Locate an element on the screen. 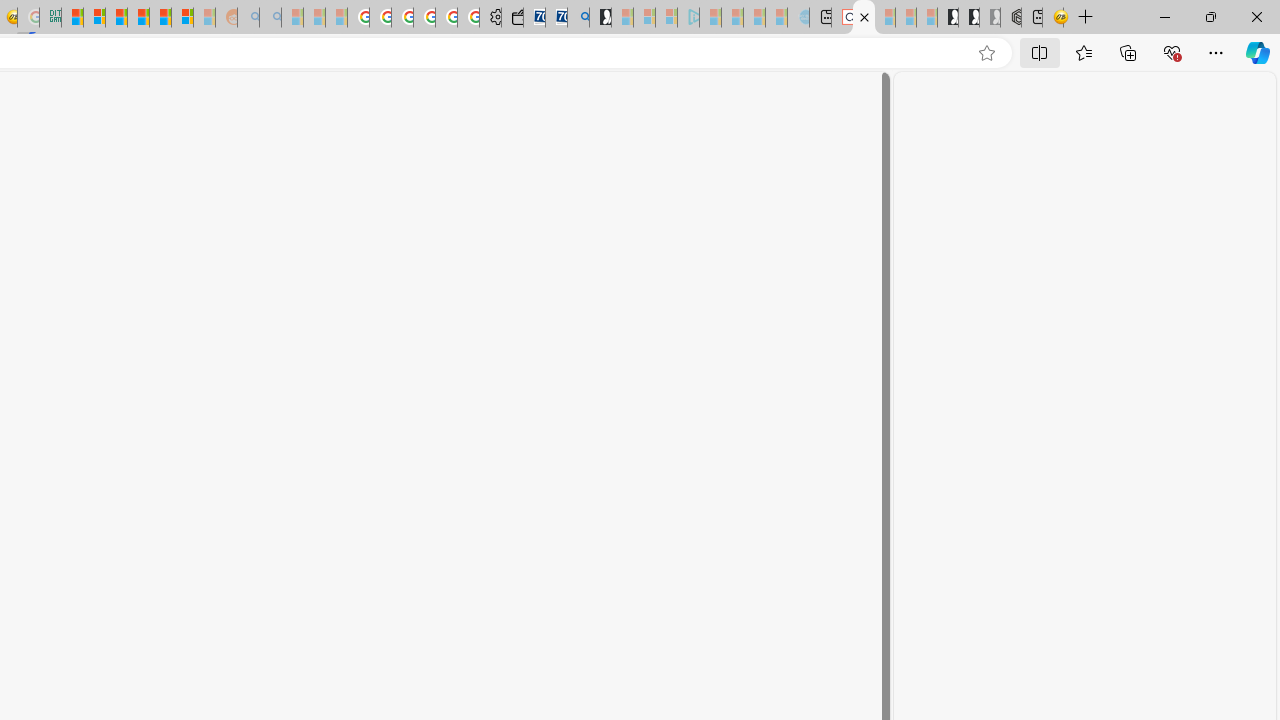 This screenshot has width=1280, height=720. 'Close tab' is located at coordinates (864, 17).